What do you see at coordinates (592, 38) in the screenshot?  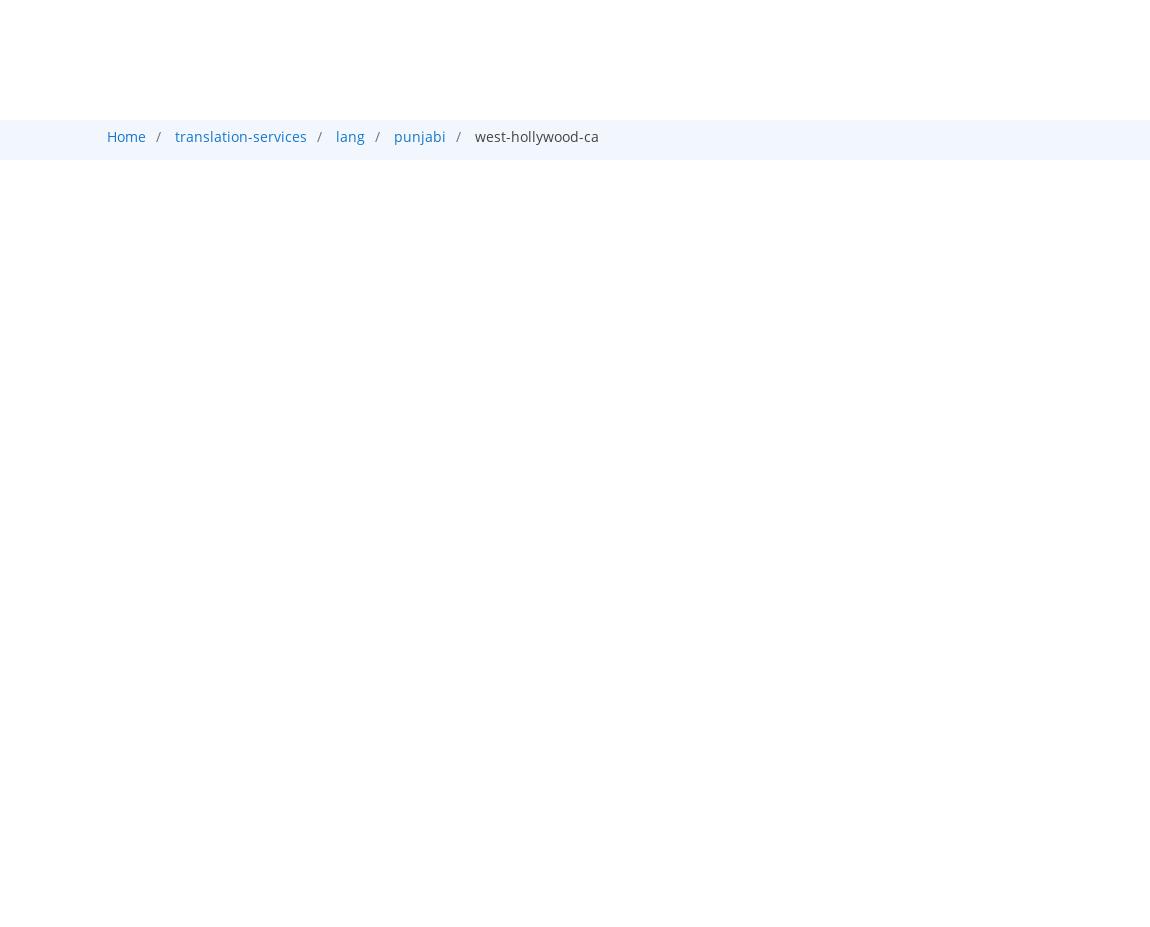 I see `'Services'` at bounding box center [592, 38].